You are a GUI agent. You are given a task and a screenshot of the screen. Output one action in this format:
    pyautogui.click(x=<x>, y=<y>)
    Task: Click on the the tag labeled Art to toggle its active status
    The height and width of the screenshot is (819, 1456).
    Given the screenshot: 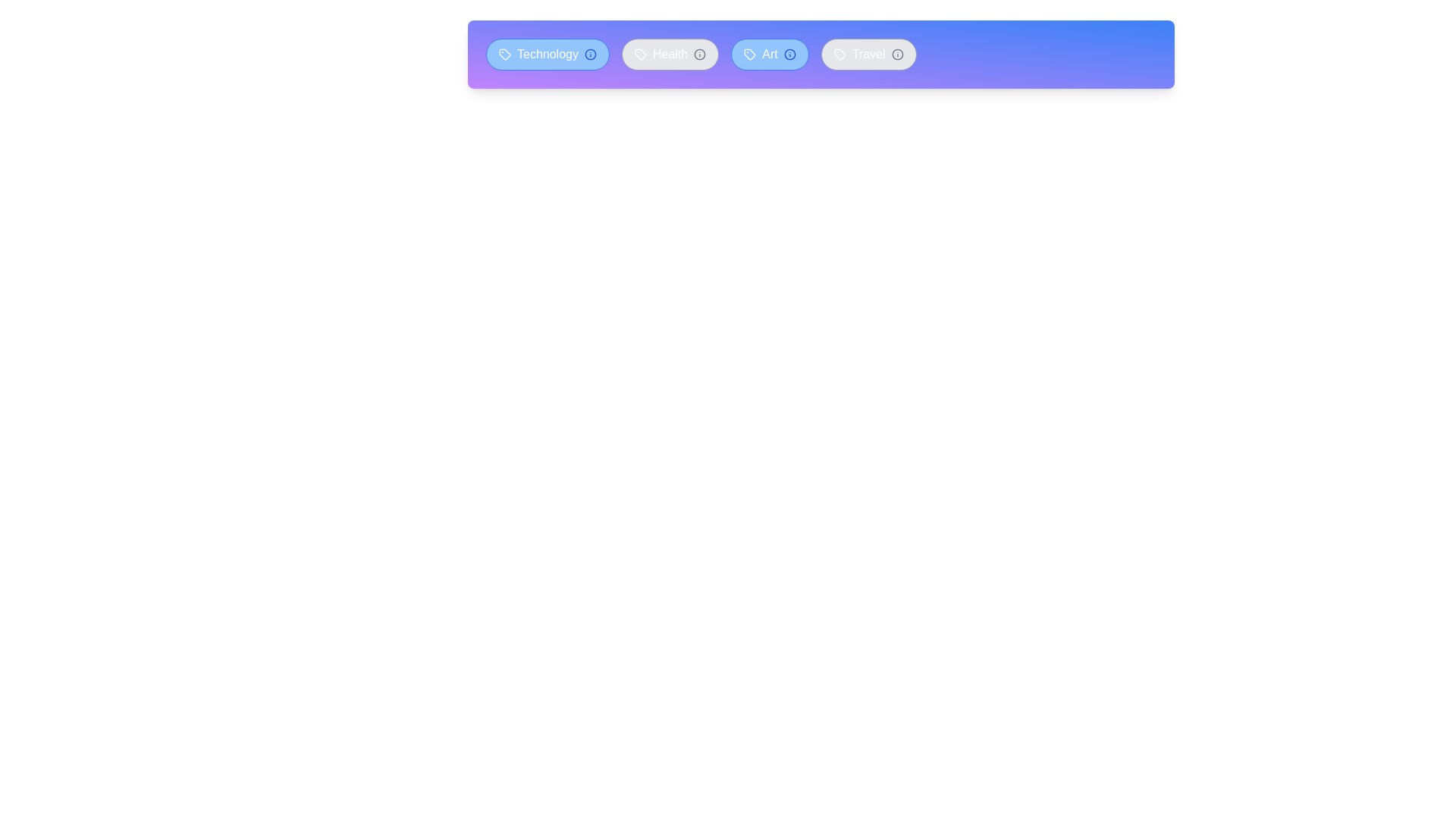 What is the action you would take?
    pyautogui.click(x=769, y=54)
    